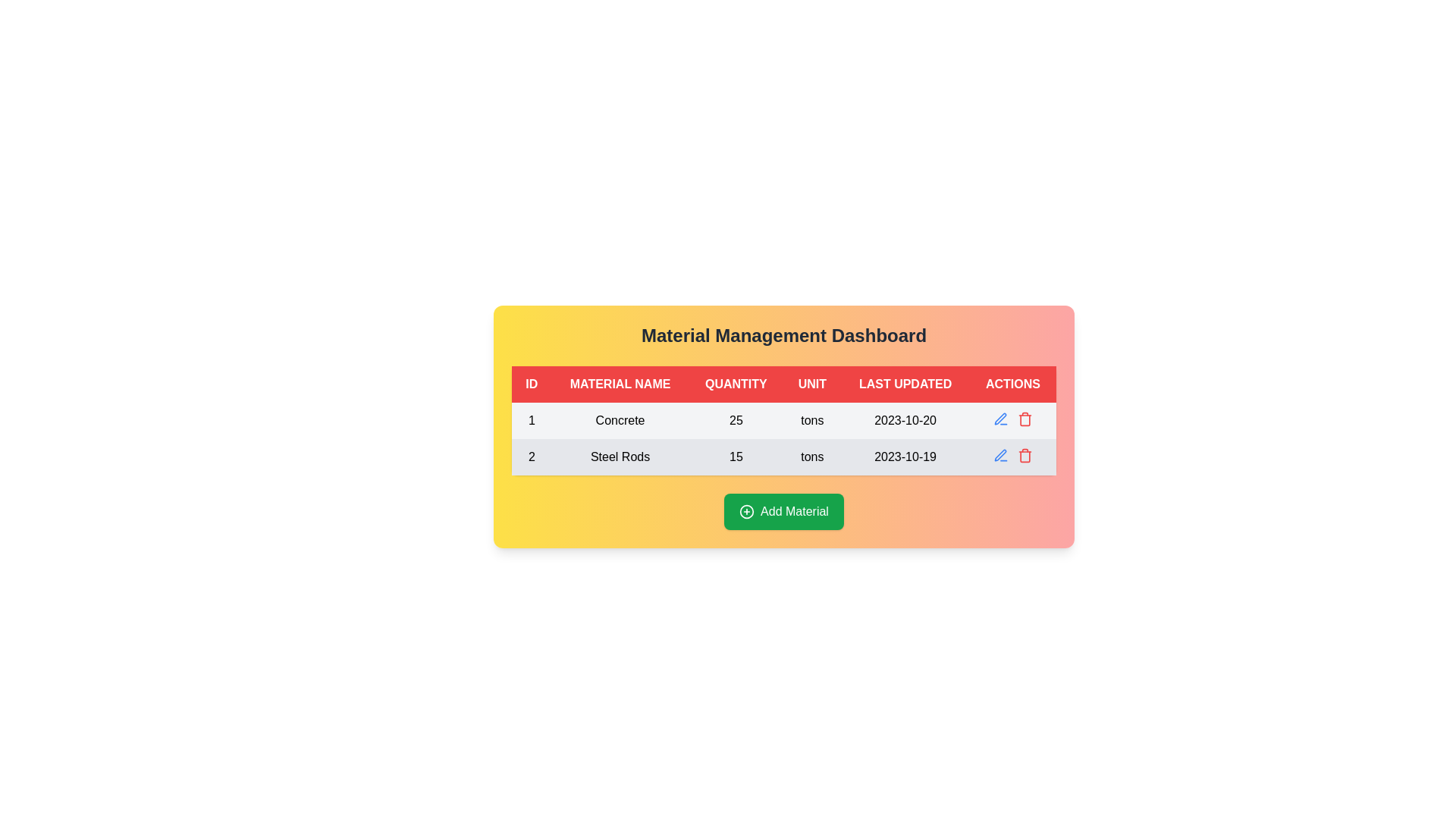 The width and height of the screenshot is (1456, 819). What do you see at coordinates (532, 421) in the screenshot?
I see `numeric identifier from the Text label in the first cell of the first row under the 'ID' column, which corresponds to the material 'Concrete'` at bounding box center [532, 421].